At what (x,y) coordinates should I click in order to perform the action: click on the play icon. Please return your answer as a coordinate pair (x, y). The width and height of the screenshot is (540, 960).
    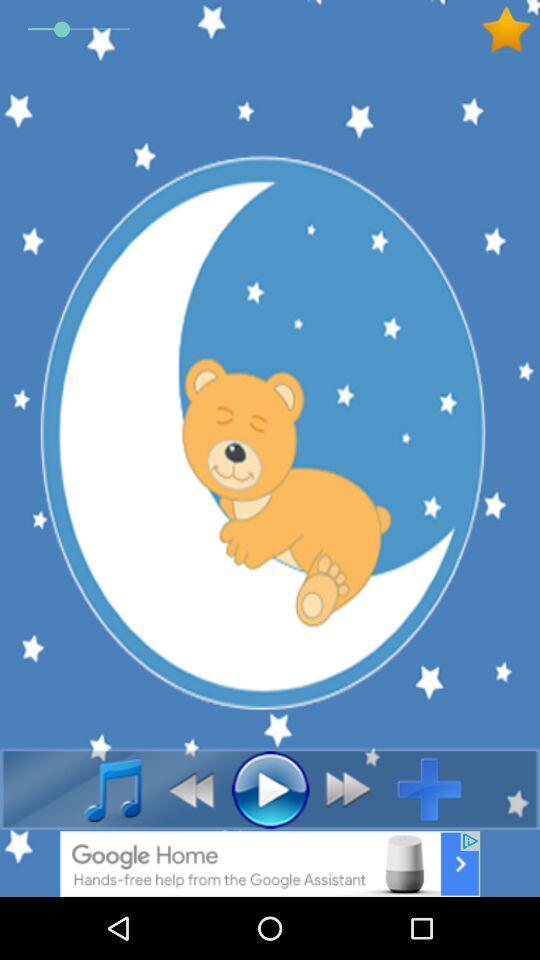
    Looking at the image, I should click on (270, 789).